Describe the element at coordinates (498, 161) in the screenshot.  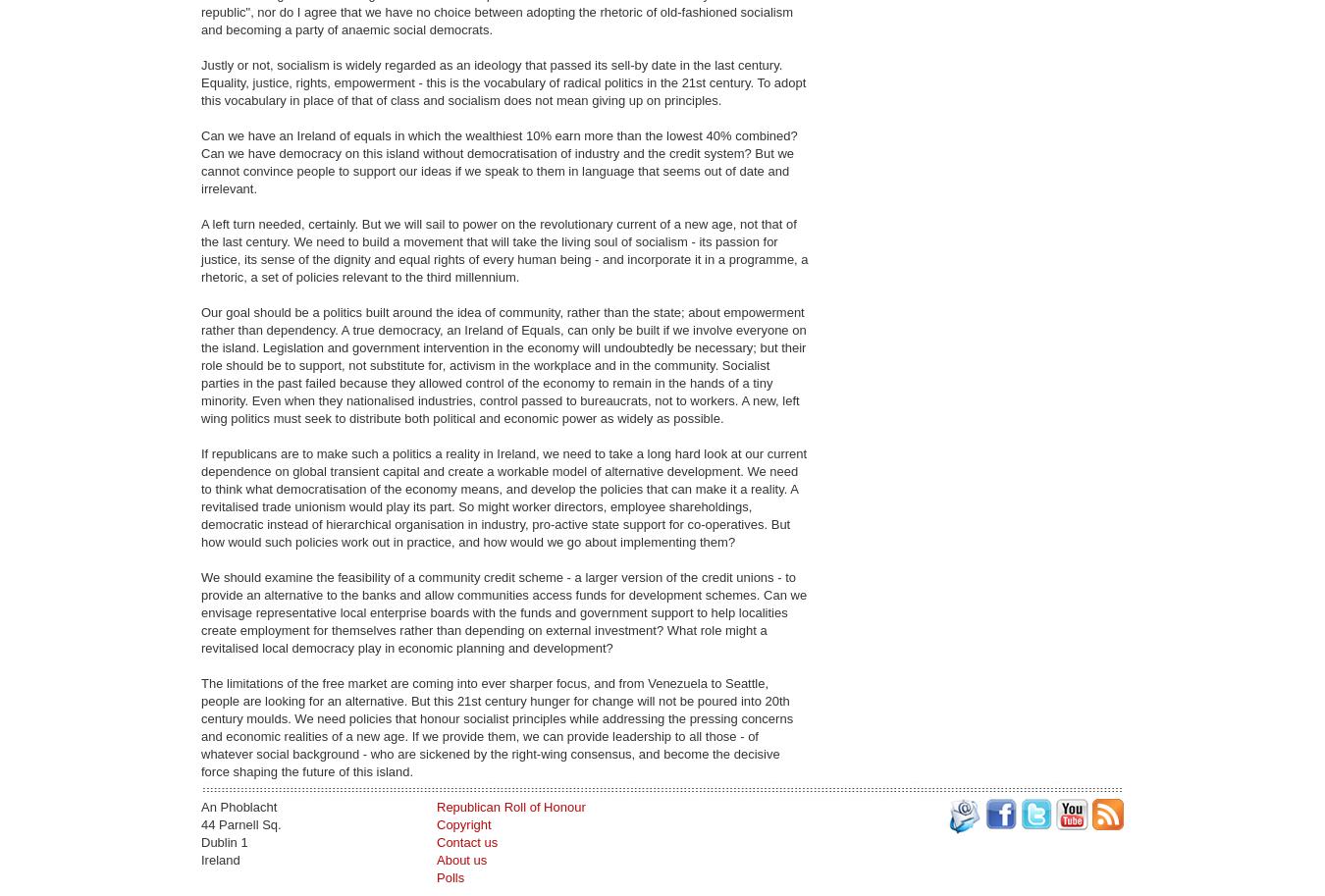
I see `'Can we have an Ireland of equals in which the wealthiest 10% earn more than the lowest 40% combined? Can we have democracy on this island without democratisation of industry and the credit system? But we cannot convince people to support our ideas if we speak to them in language that seems out of date and irrelevant.'` at that location.